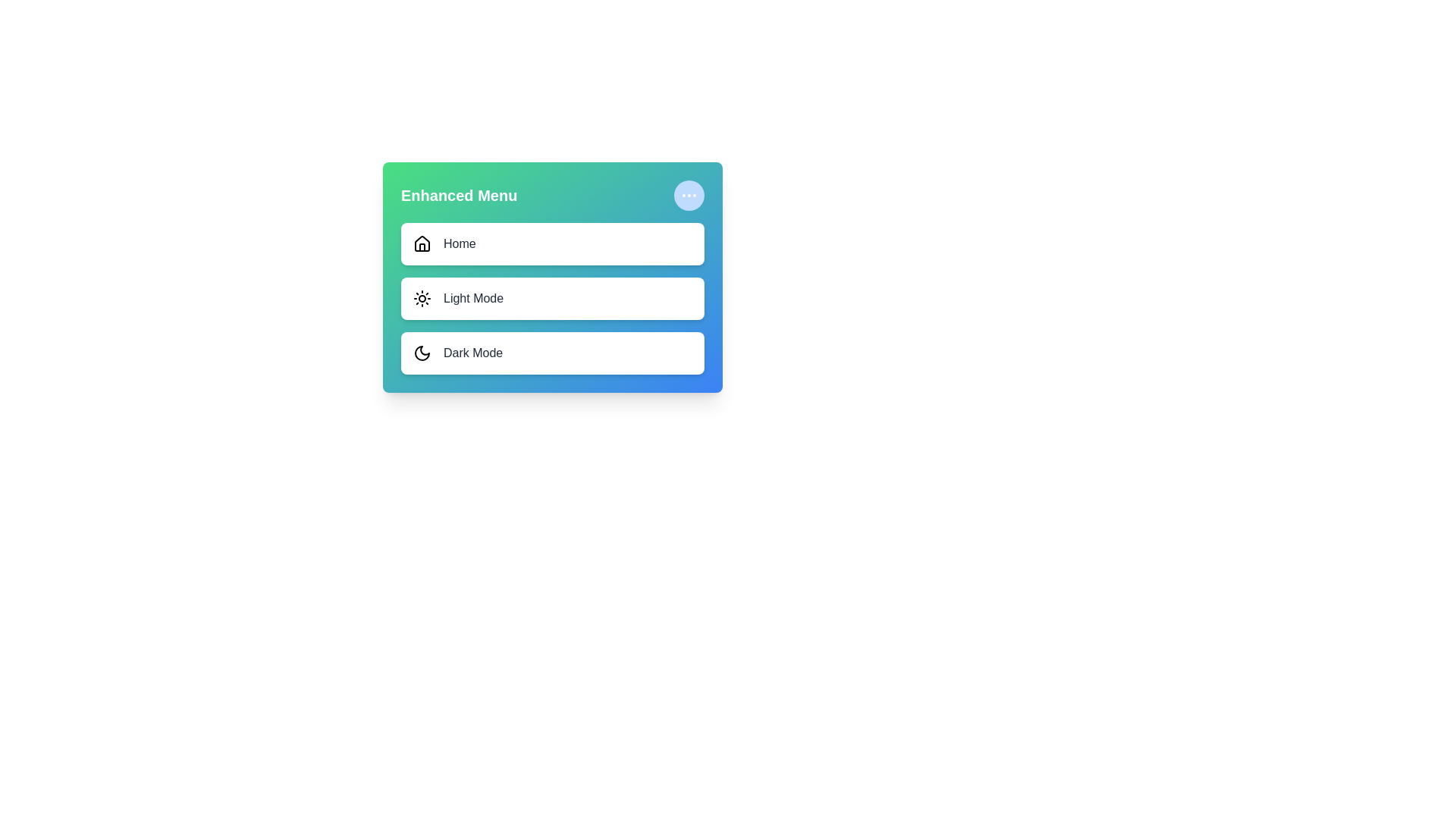  Describe the element at coordinates (552, 353) in the screenshot. I see `the menu item labeled 'Dark Mode' to select it` at that location.